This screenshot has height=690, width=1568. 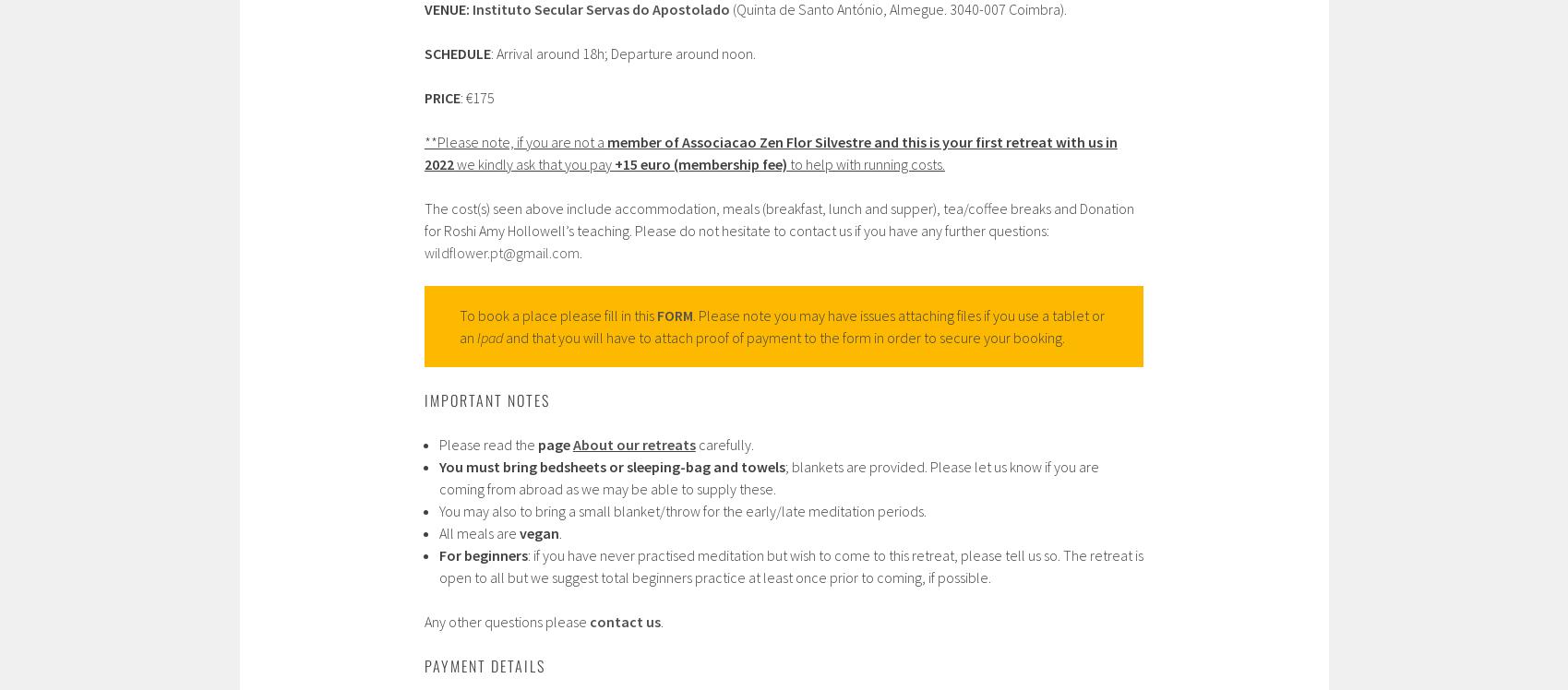 What do you see at coordinates (621, 51) in the screenshot?
I see `':  Arrival around 18h; Departure around noon.'` at bounding box center [621, 51].